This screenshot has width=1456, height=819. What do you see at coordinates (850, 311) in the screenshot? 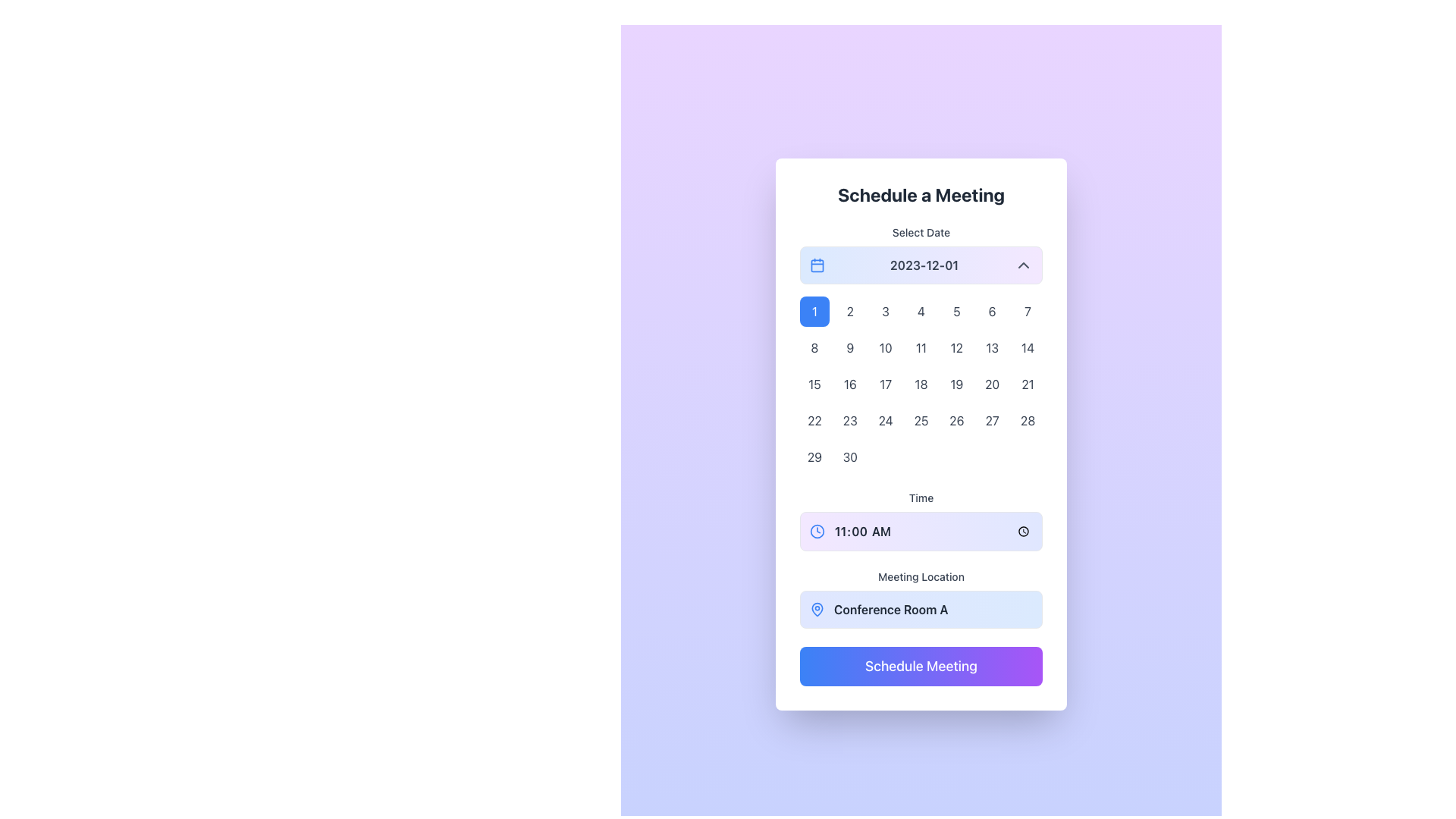
I see `the button representing the second day of the month in the calendar interface` at bounding box center [850, 311].